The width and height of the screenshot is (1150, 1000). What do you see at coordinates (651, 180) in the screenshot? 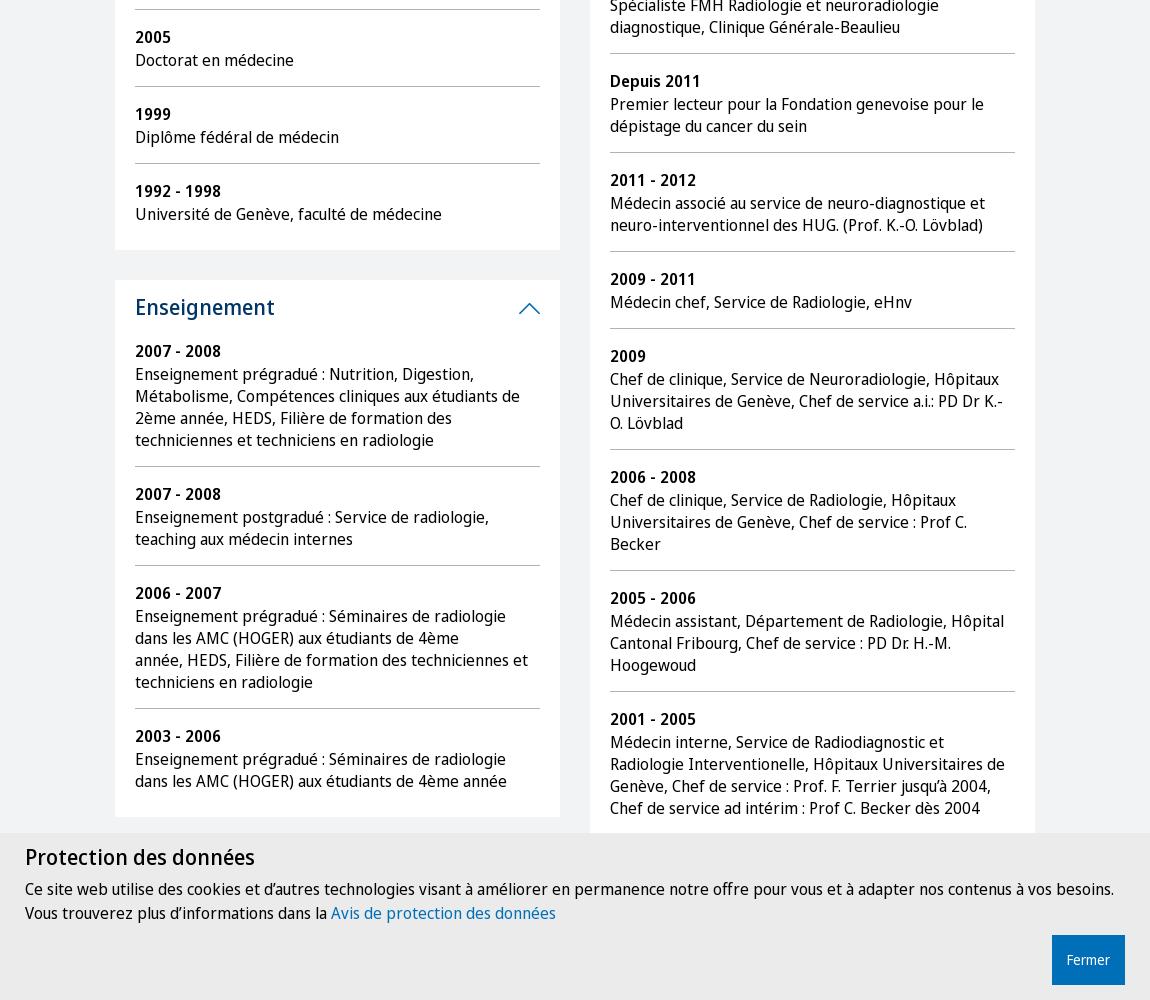
I see `'2011 - 2012'` at bounding box center [651, 180].